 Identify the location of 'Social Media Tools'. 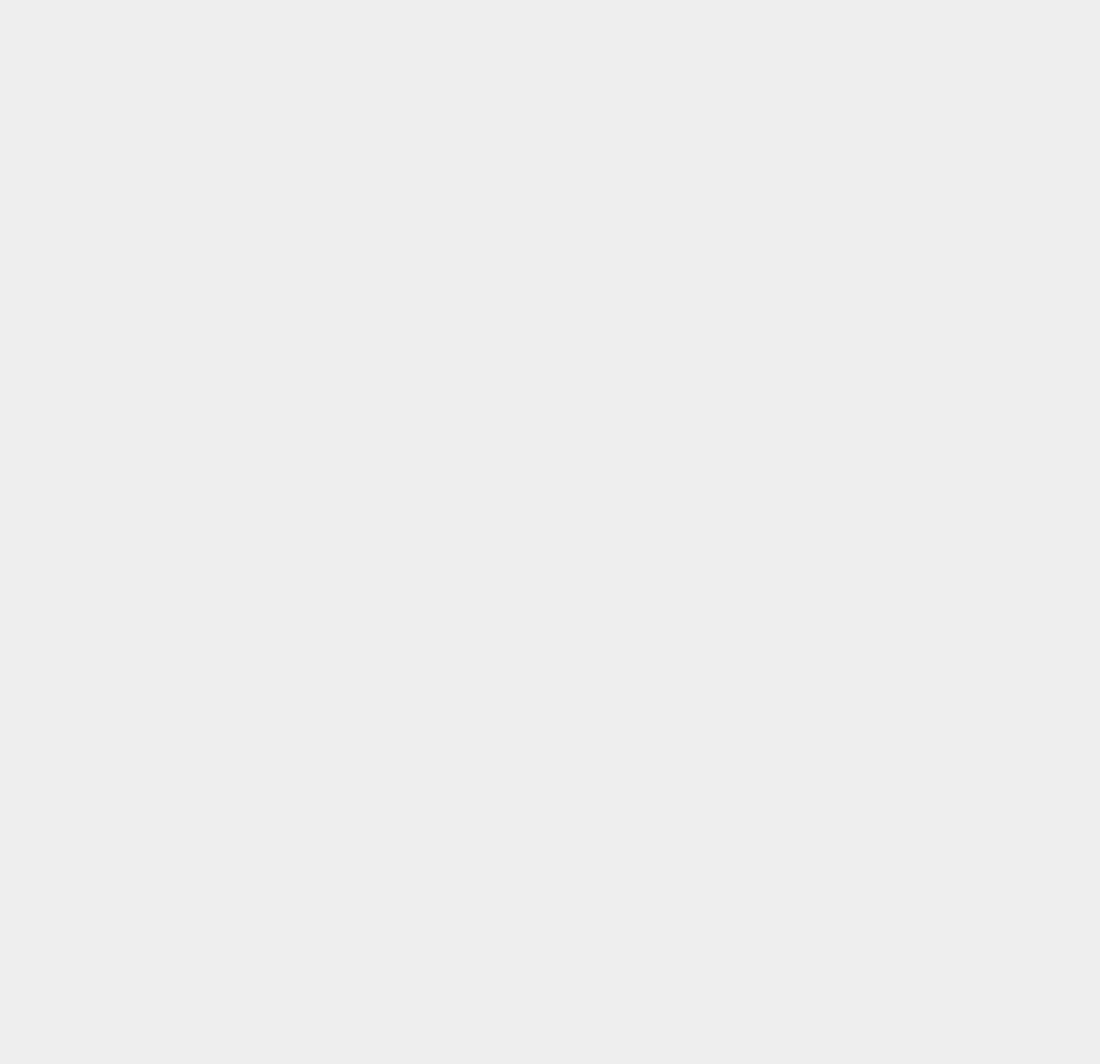
(834, 317).